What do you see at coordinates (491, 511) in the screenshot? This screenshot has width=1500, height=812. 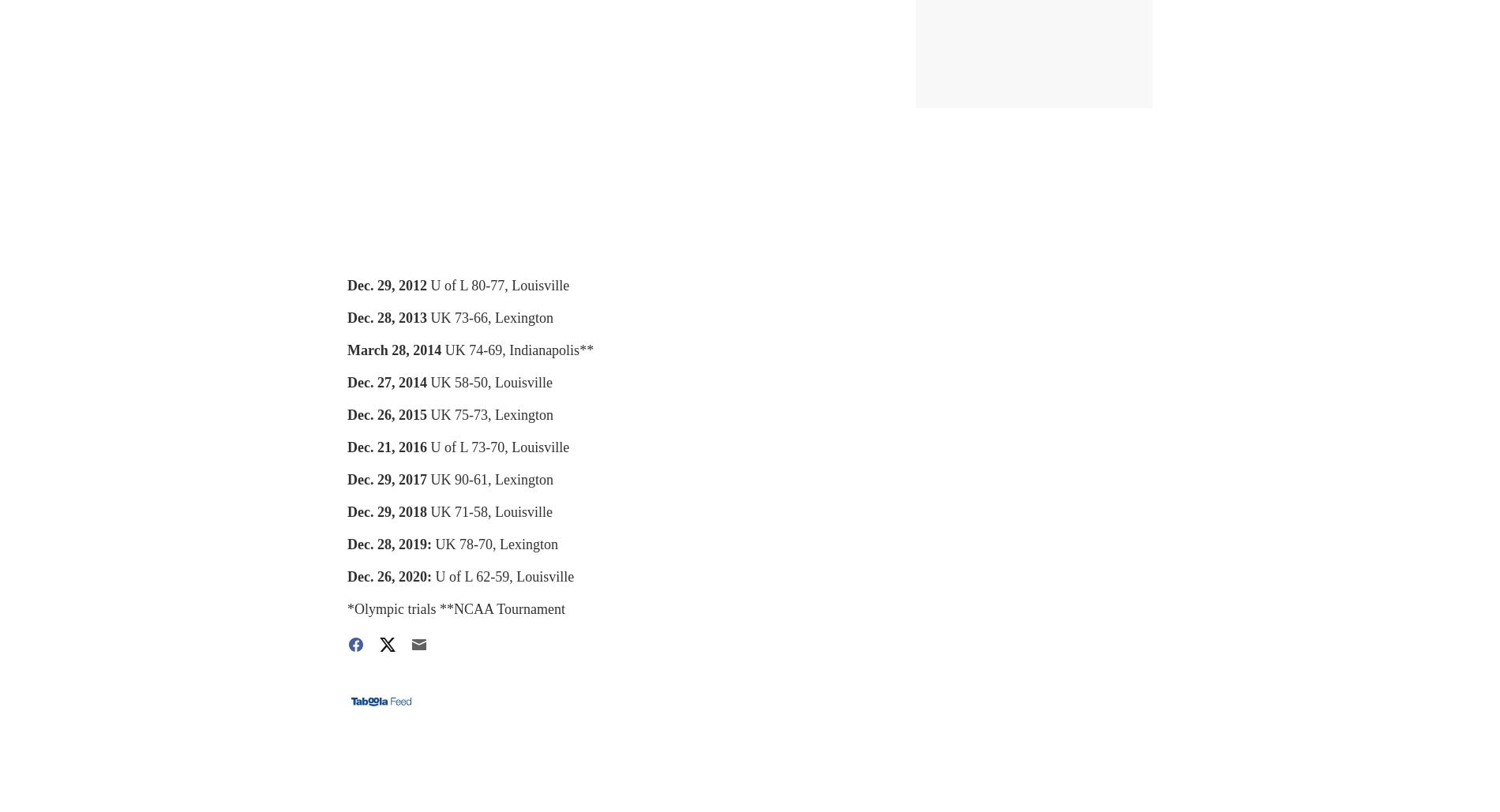 I see `'UK 71-58, Louisville'` at bounding box center [491, 511].